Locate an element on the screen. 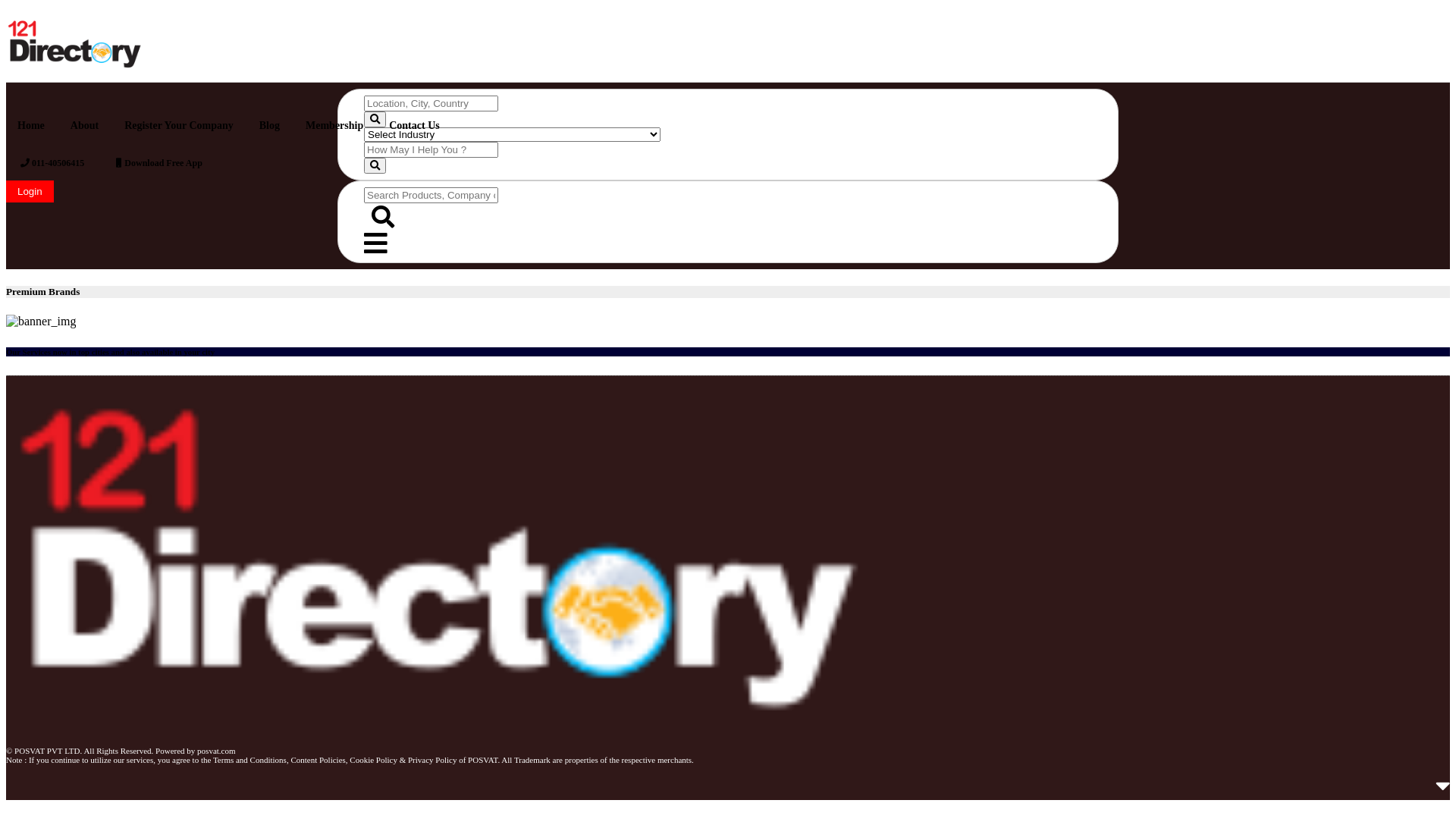 The width and height of the screenshot is (1456, 819). 'Blog' is located at coordinates (269, 124).